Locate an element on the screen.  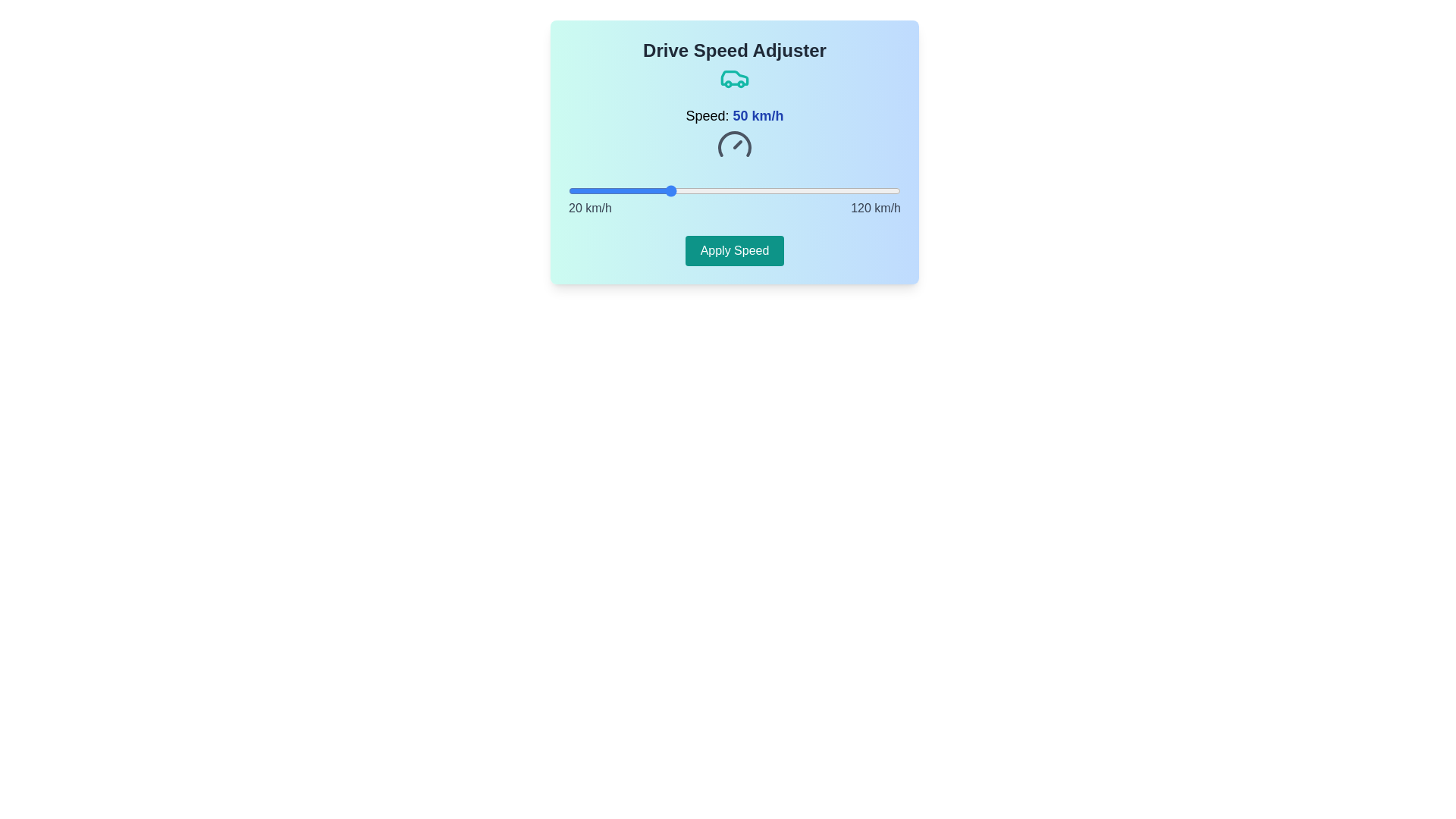
the speed slider to set the speed to 34 km/h is located at coordinates (615, 190).